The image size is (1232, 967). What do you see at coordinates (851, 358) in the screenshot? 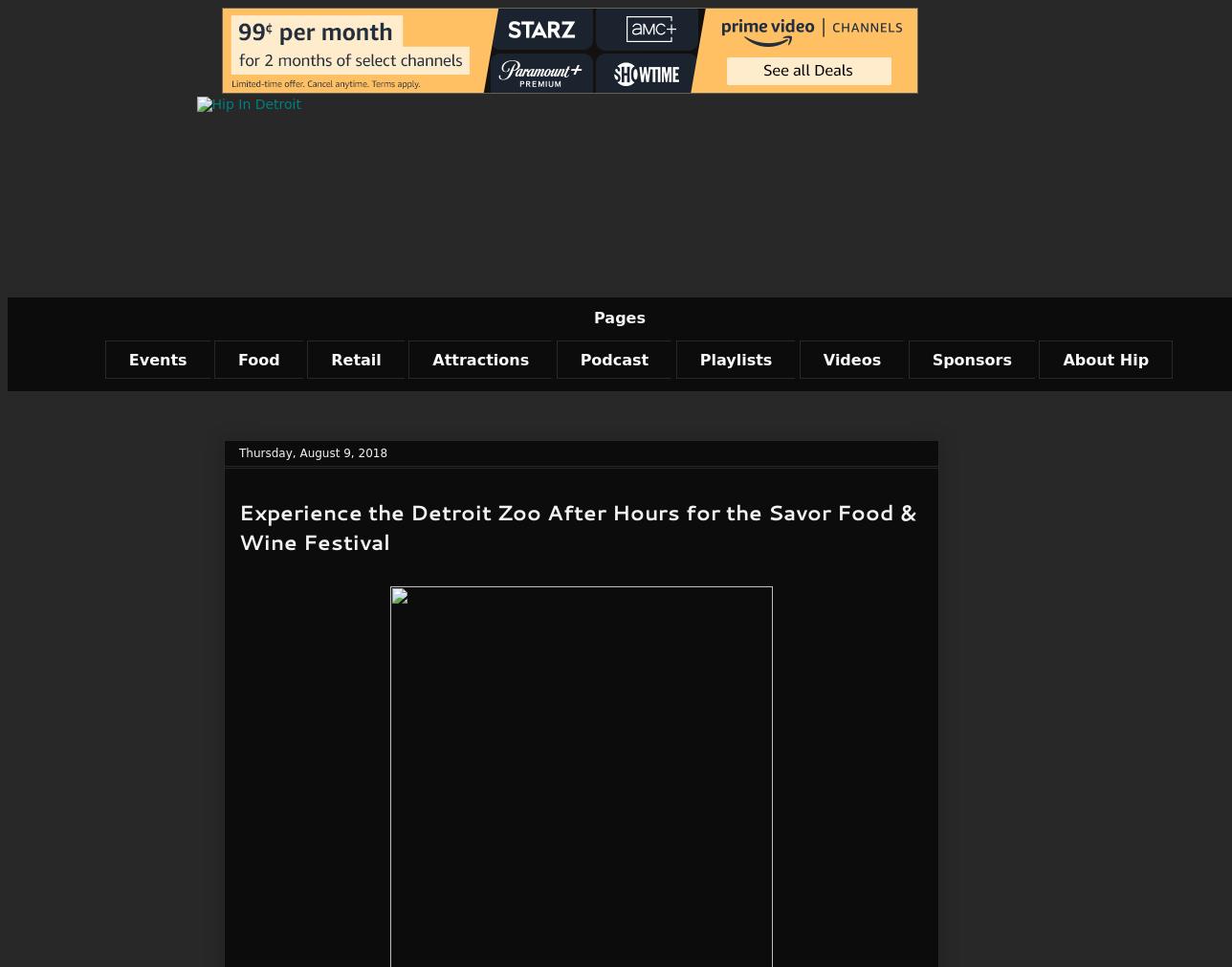
I see `'Videos'` at bounding box center [851, 358].